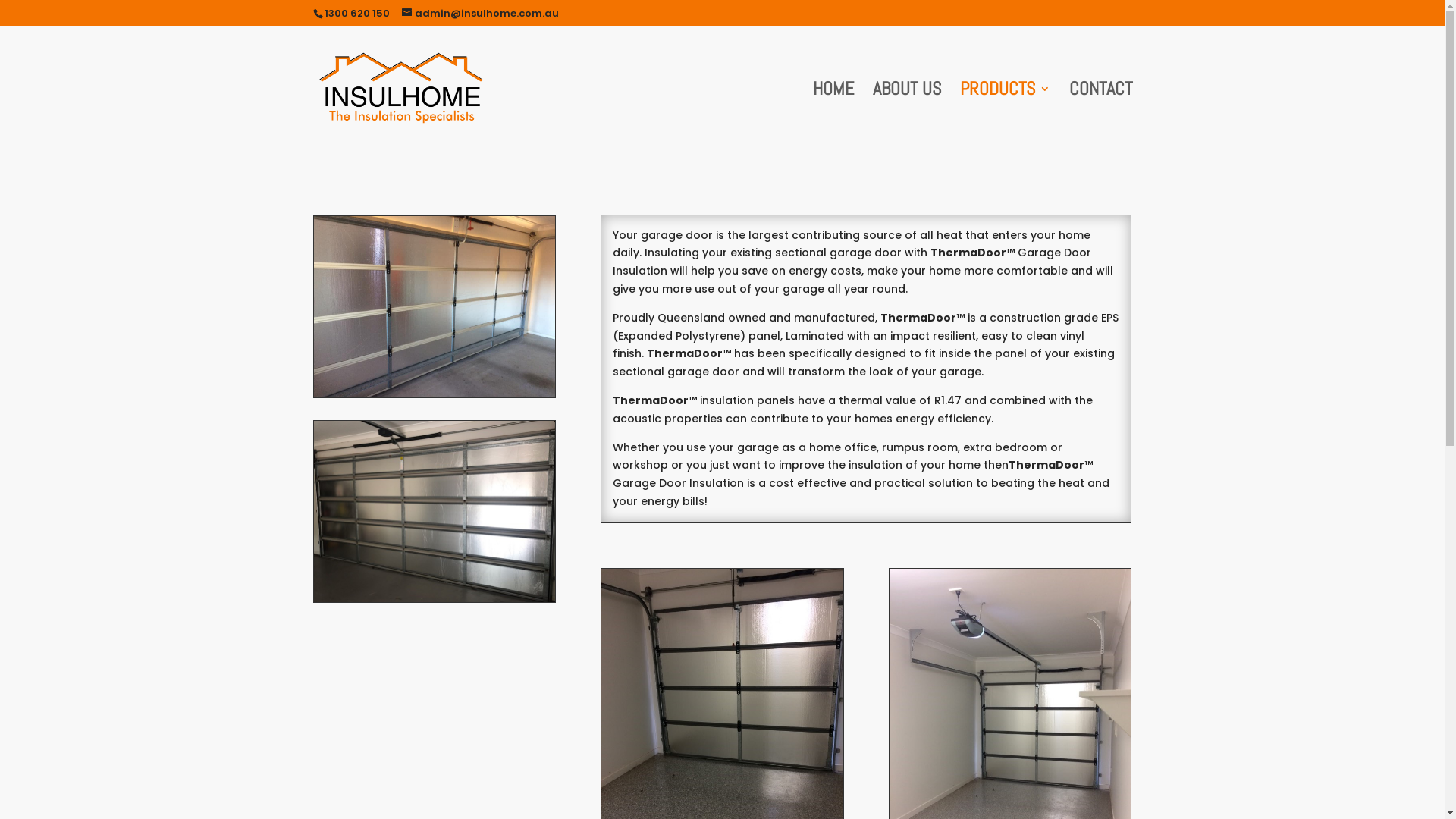 The width and height of the screenshot is (1456, 819). I want to click on 'ABOUT US', so click(906, 116).